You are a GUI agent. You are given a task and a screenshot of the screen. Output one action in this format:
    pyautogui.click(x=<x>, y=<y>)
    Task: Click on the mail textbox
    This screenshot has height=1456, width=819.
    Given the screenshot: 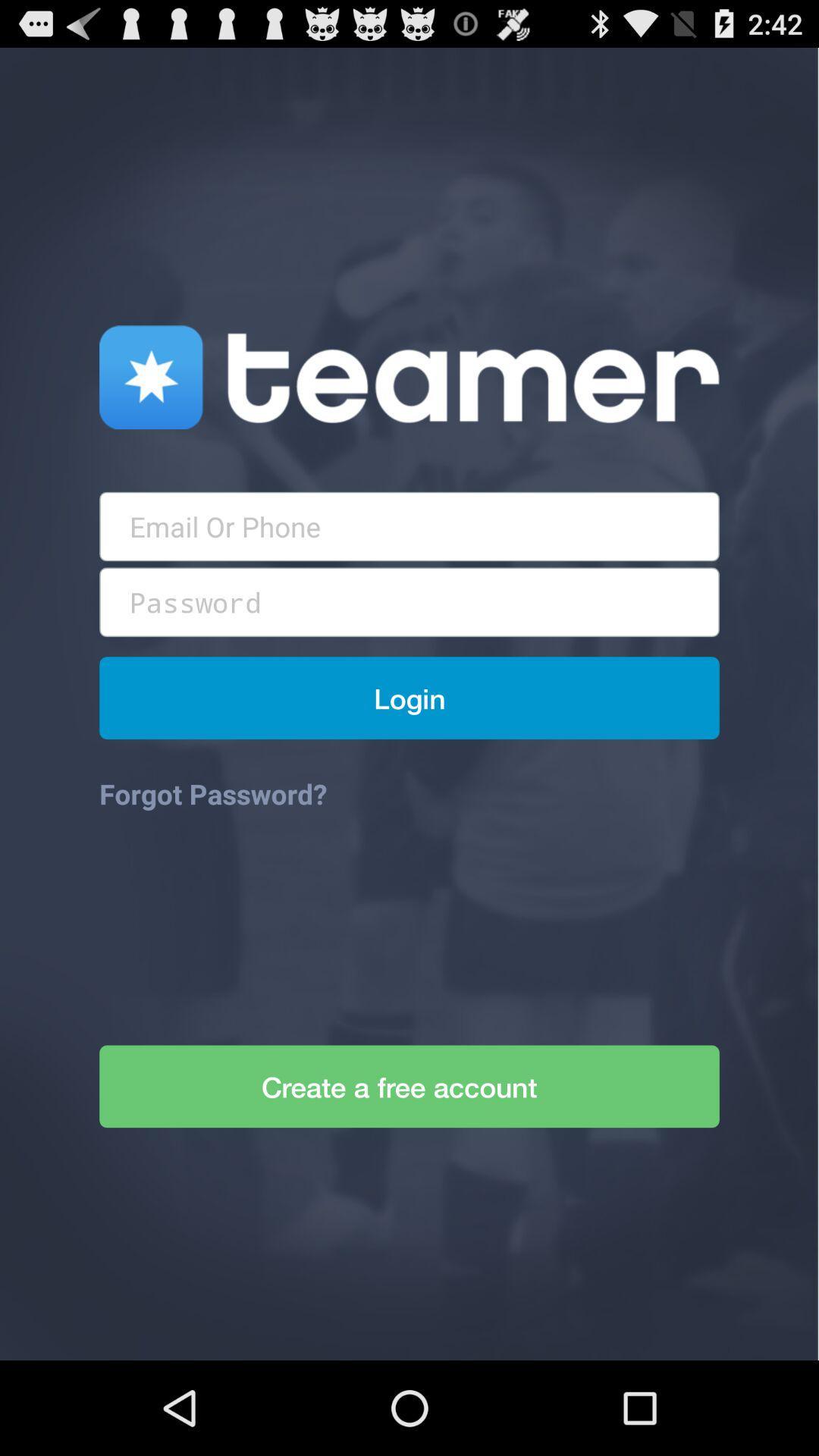 What is the action you would take?
    pyautogui.click(x=409, y=526)
    